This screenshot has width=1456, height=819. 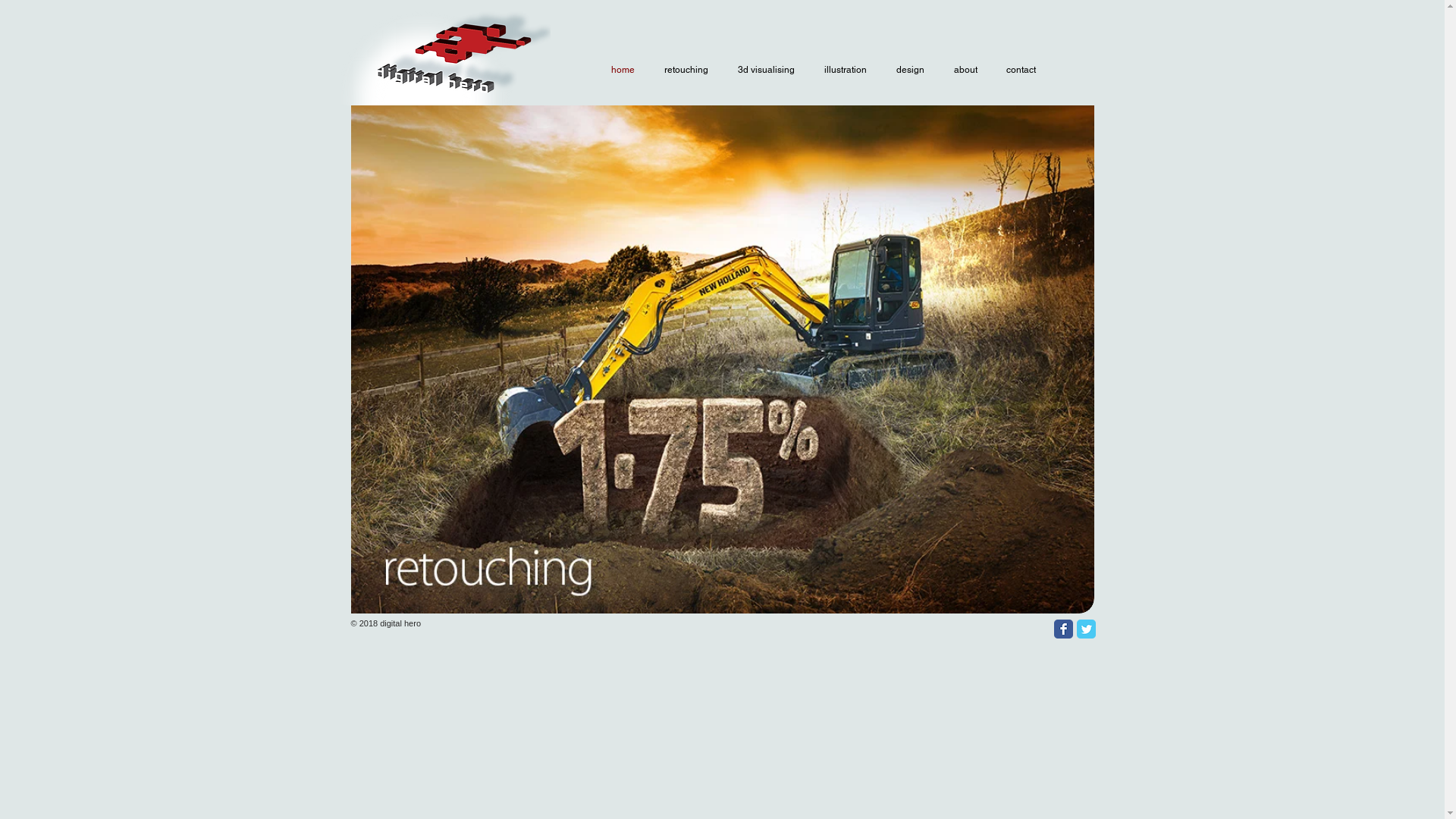 I want to click on 'design', so click(x=908, y=70).